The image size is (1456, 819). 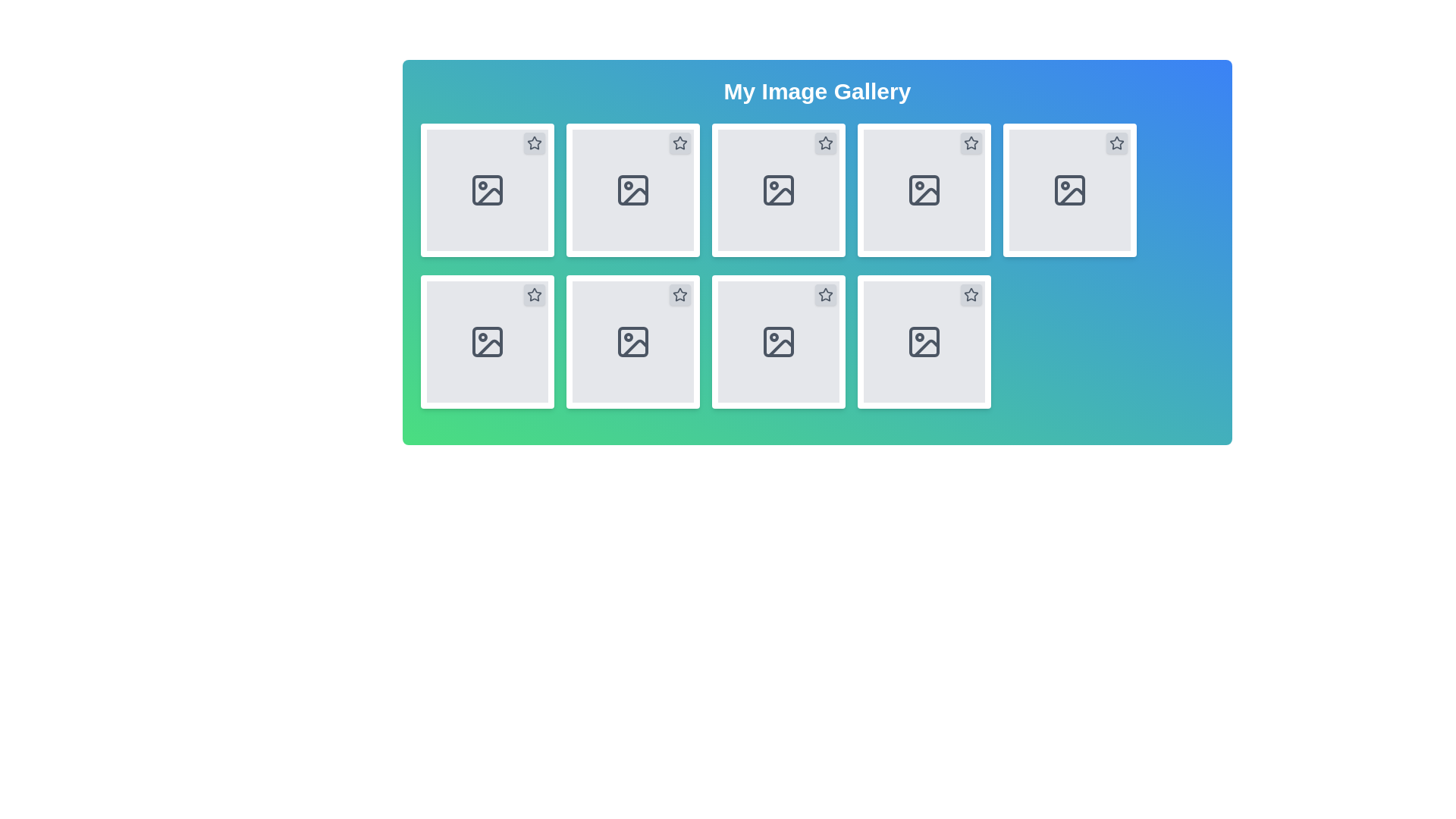 I want to click on the toggle button located at the top-right corner of the second image tile in the first row, so click(x=679, y=143).